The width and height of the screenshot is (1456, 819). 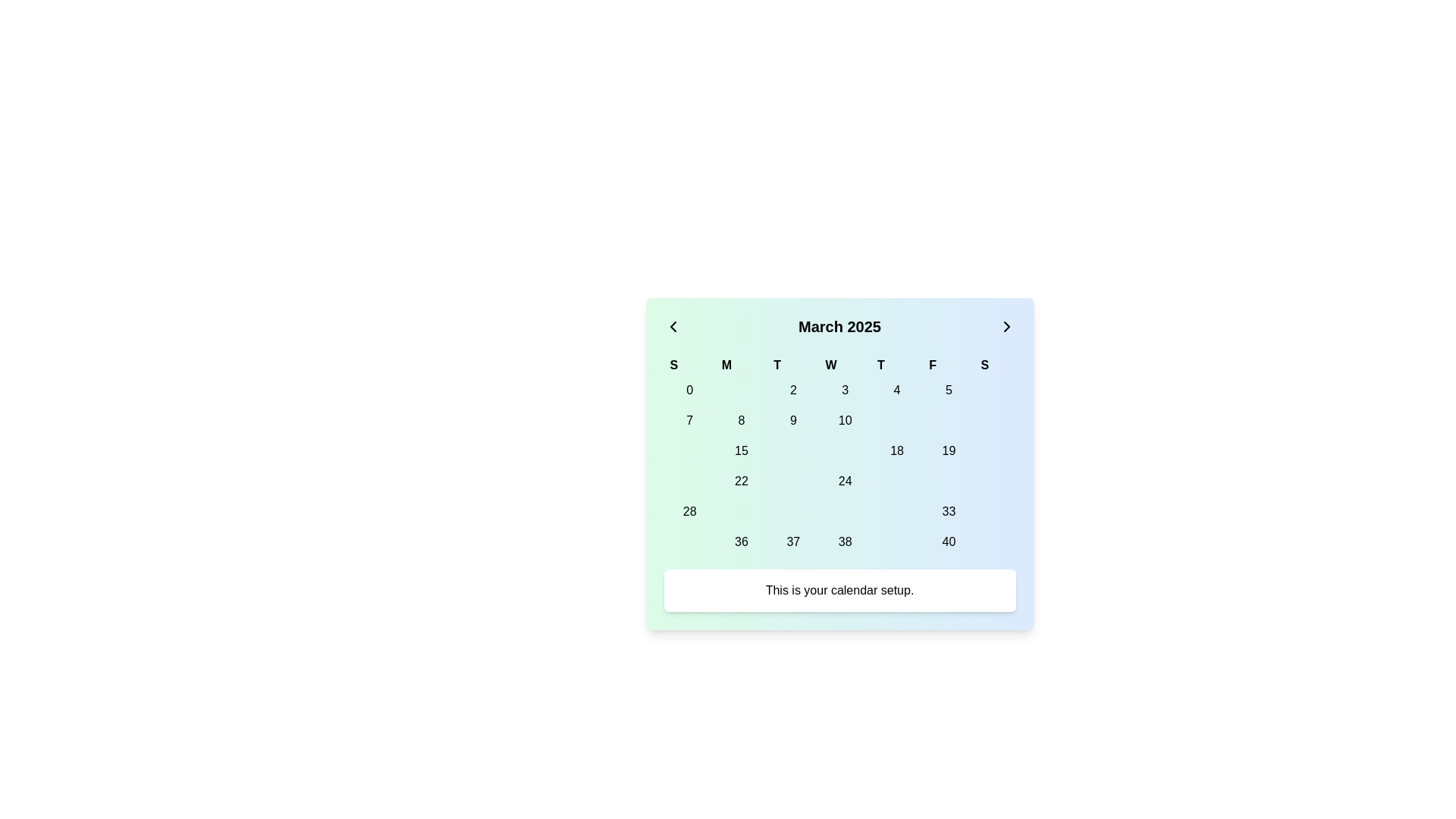 I want to click on the text display element showing the digit '3' in the calendar layout for March 2025, so click(x=844, y=390).